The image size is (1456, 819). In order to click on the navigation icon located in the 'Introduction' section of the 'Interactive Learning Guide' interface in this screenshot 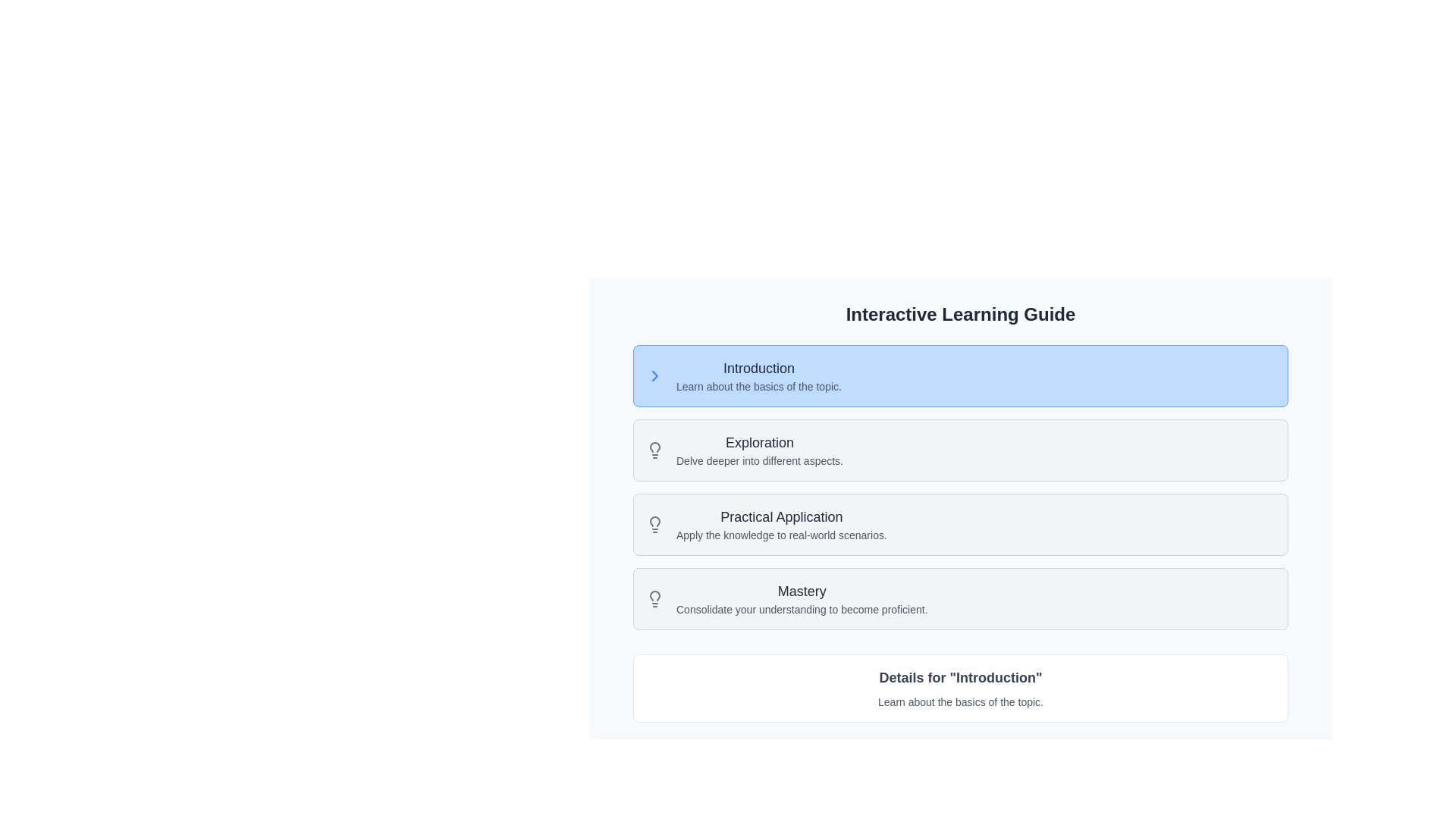, I will do `click(655, 375)`.